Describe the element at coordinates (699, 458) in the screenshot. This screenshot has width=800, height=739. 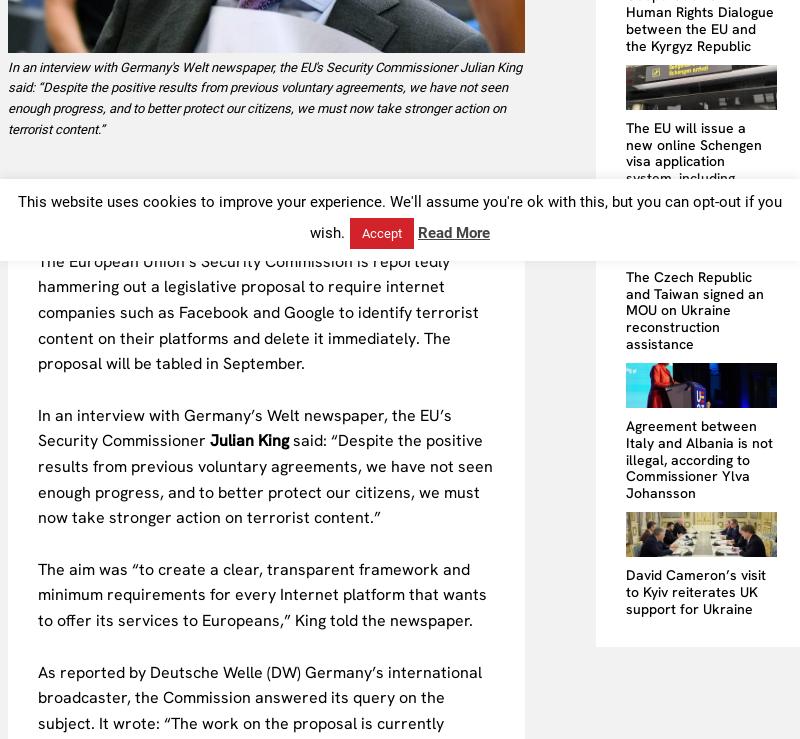
I see `'Agreement between Italy and Albania is not illegal, according to Commissioner Ylva Johansson'` at that location.